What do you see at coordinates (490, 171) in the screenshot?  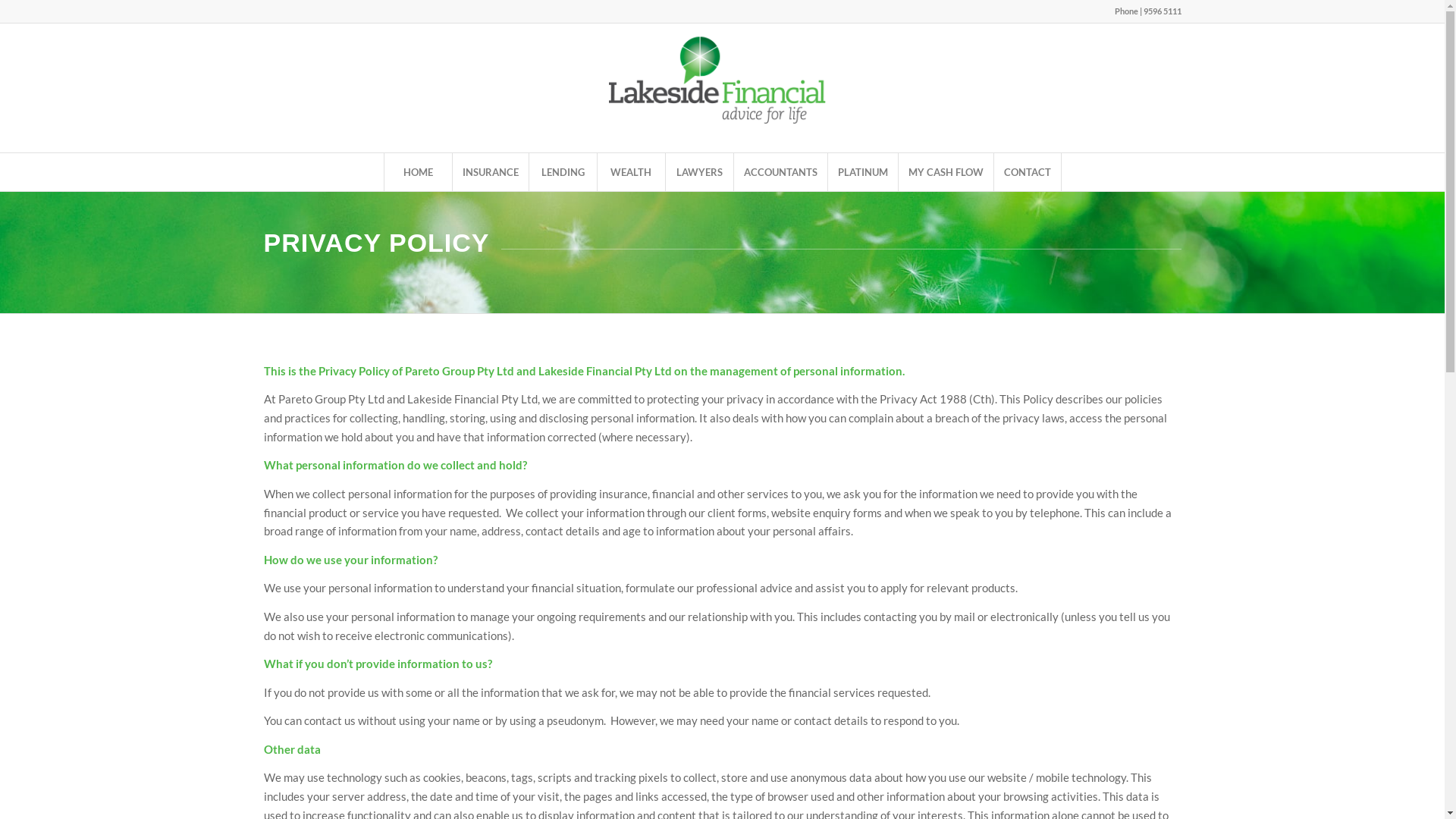 I see `'INSURANCE'` at bounding box center [490, 171].